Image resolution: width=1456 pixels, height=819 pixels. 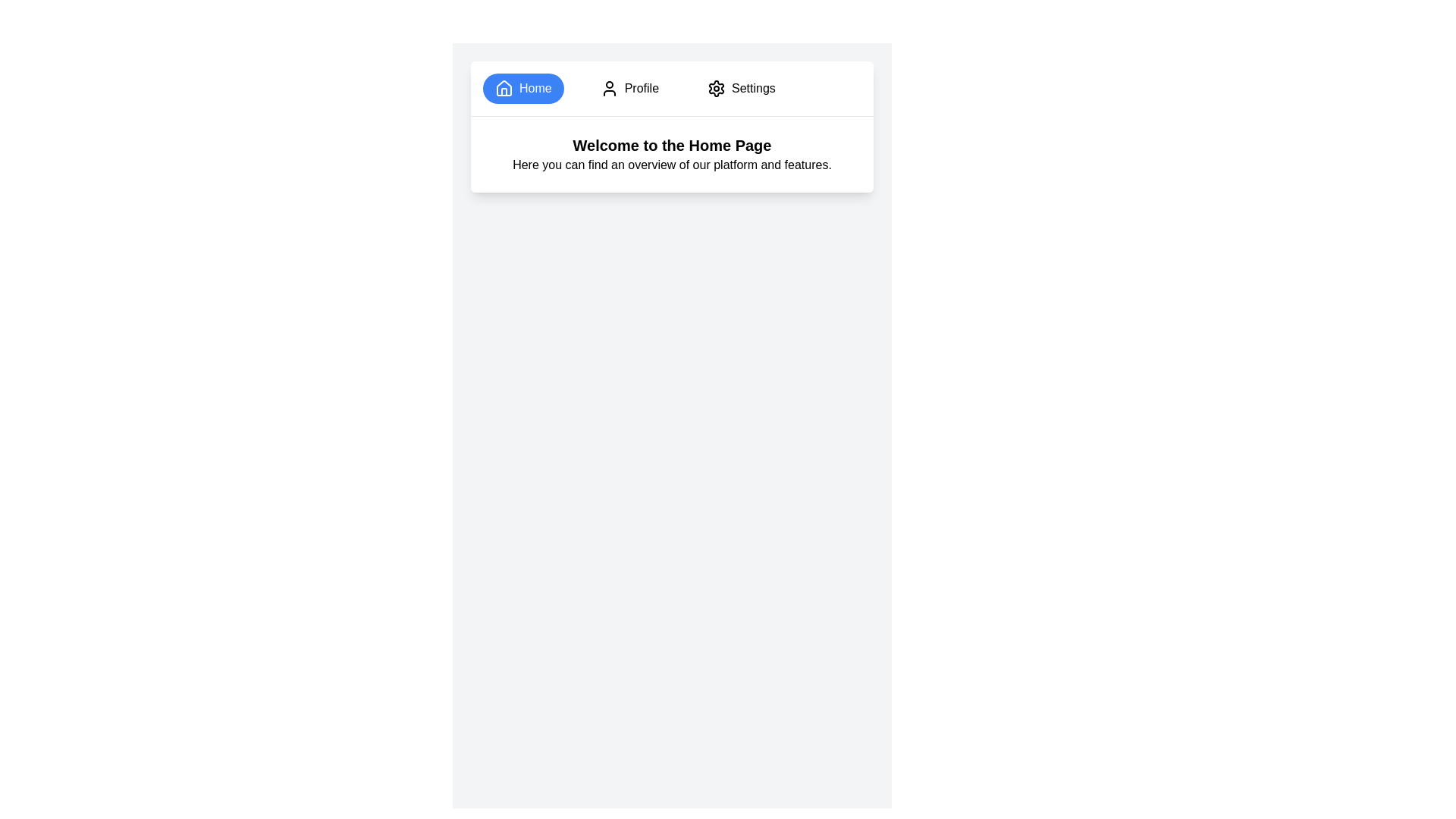 What do you see at coordinates (642, 88) in the screenshot?
I see `the text label that navigates to the user profile page, located centrally between the 'Home' and 'Settings' options` at bounding box center [642, 88].